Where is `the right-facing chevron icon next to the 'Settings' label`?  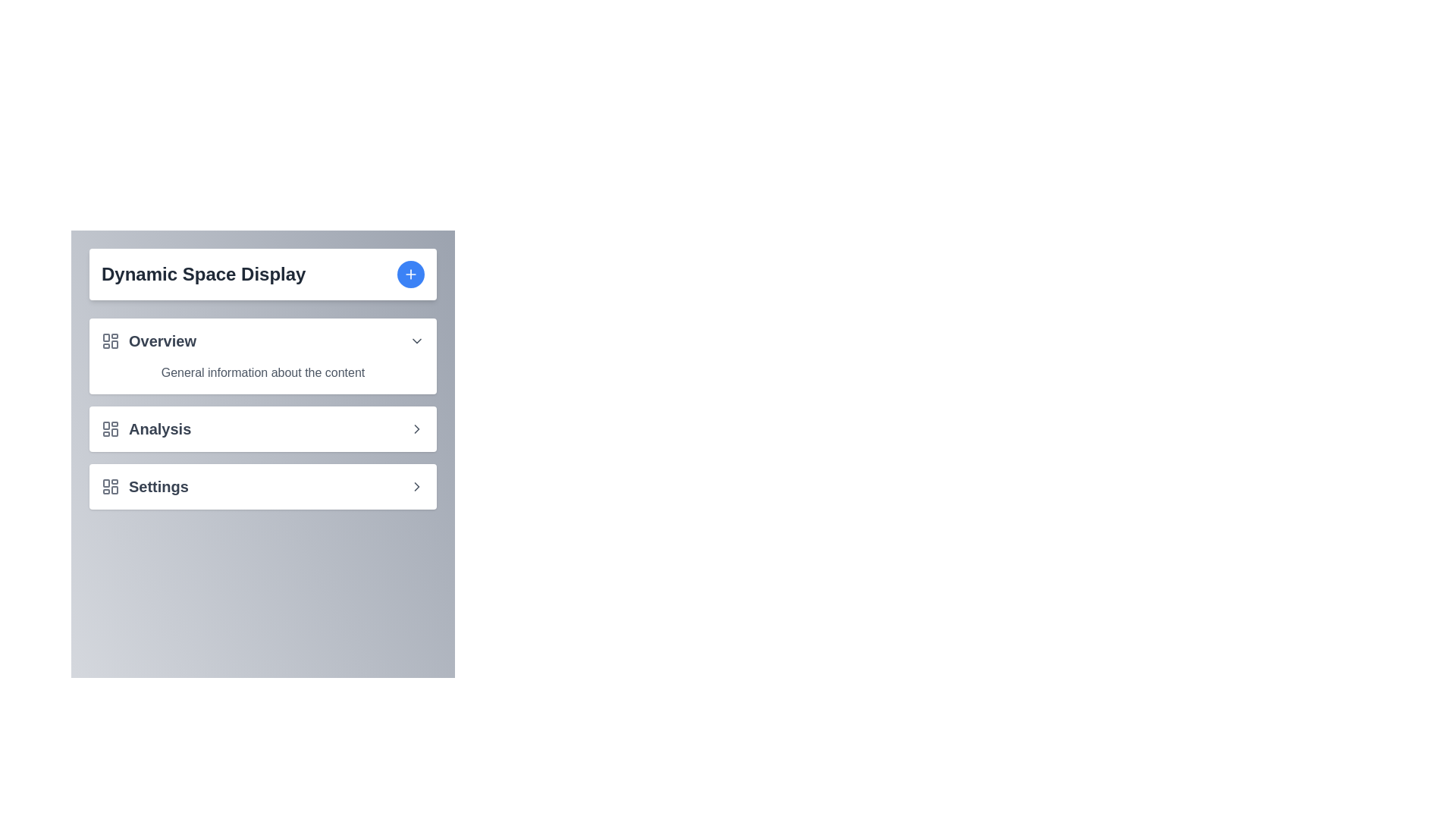 the right-facing chevron icon next to the 'Settings' label is located at coordinates (417, 486).